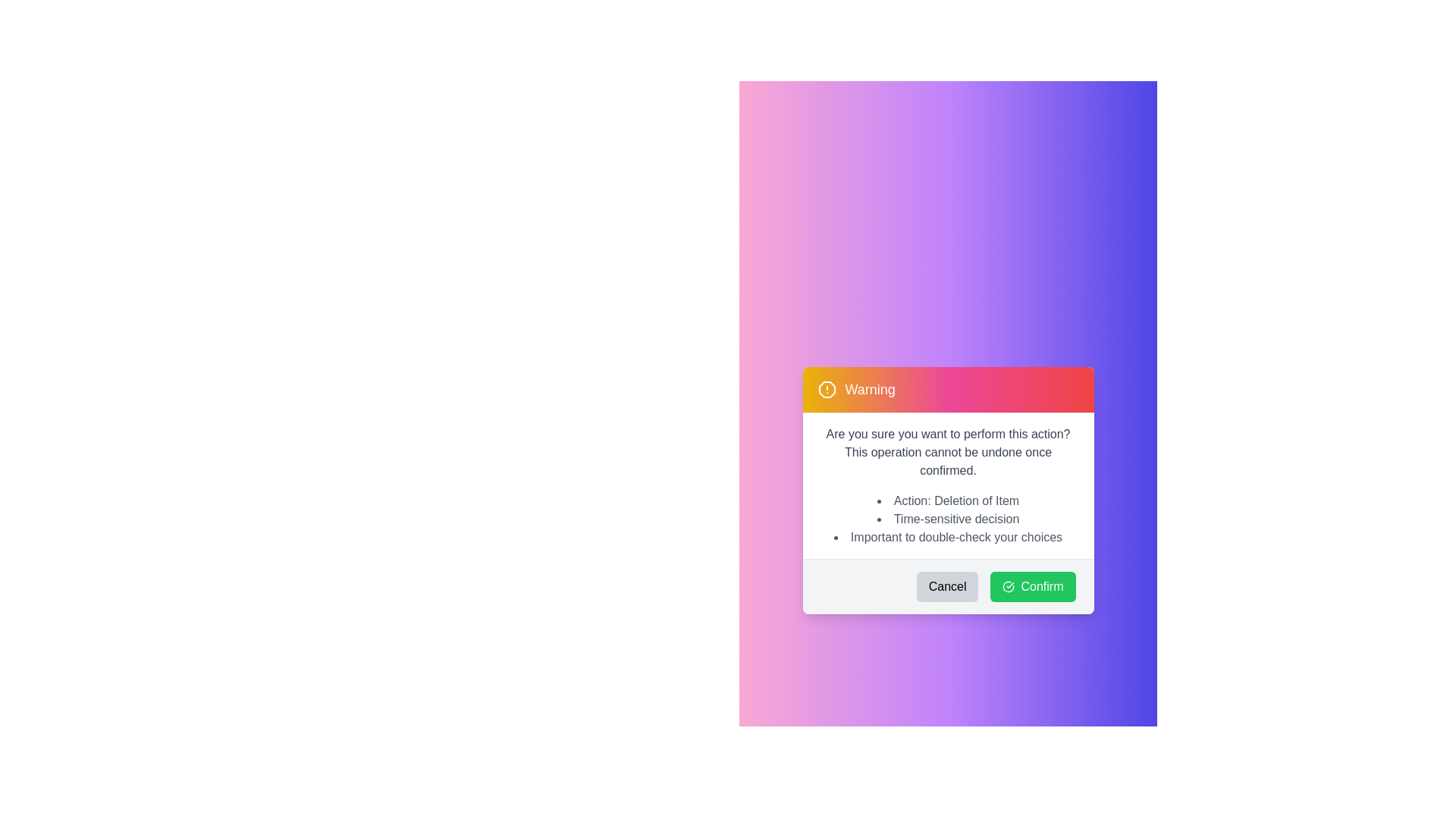 Image resolution: width=1456 pixels, height=819 pixels. I want to click on the bright green 'Confirm' button with a checkmark icon located in the footer section of the modal dialog box to confirm the action, so click(1032, 586).